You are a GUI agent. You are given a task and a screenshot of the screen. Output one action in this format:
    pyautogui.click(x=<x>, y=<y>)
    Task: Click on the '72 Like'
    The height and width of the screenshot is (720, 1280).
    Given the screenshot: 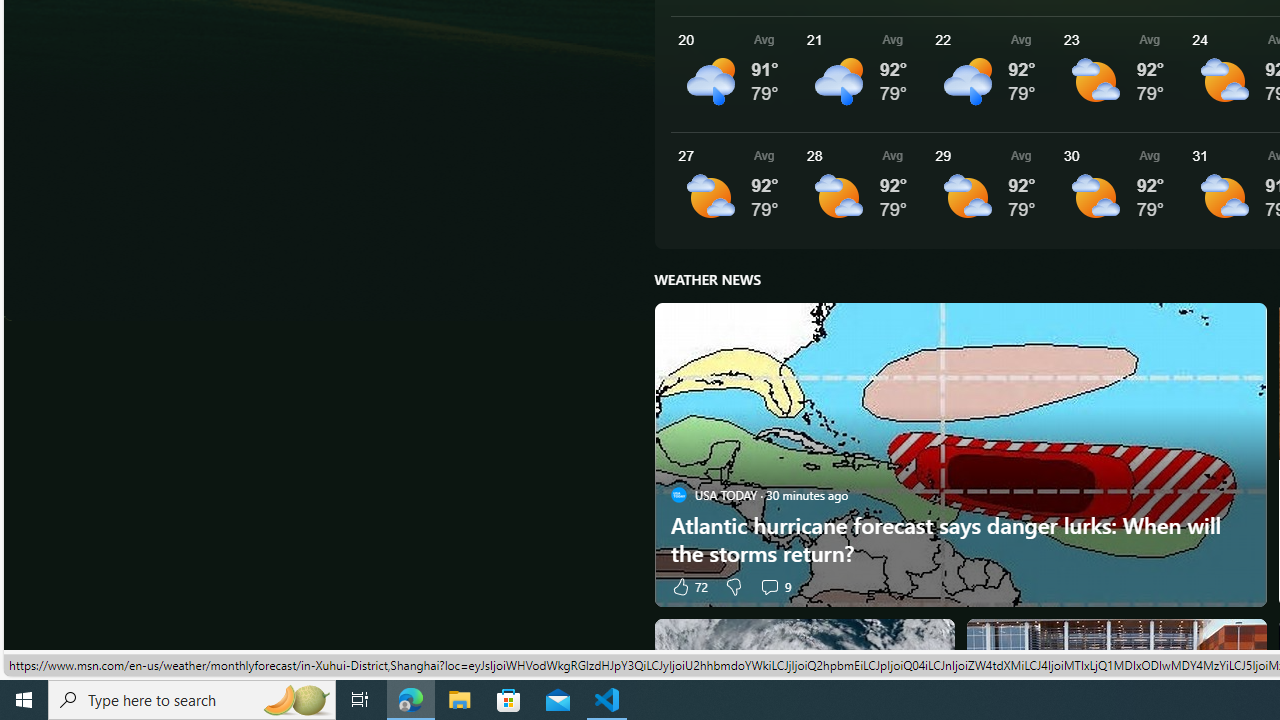 What is the action you would take?
    pyautogui.click(x=688, y=585)
    